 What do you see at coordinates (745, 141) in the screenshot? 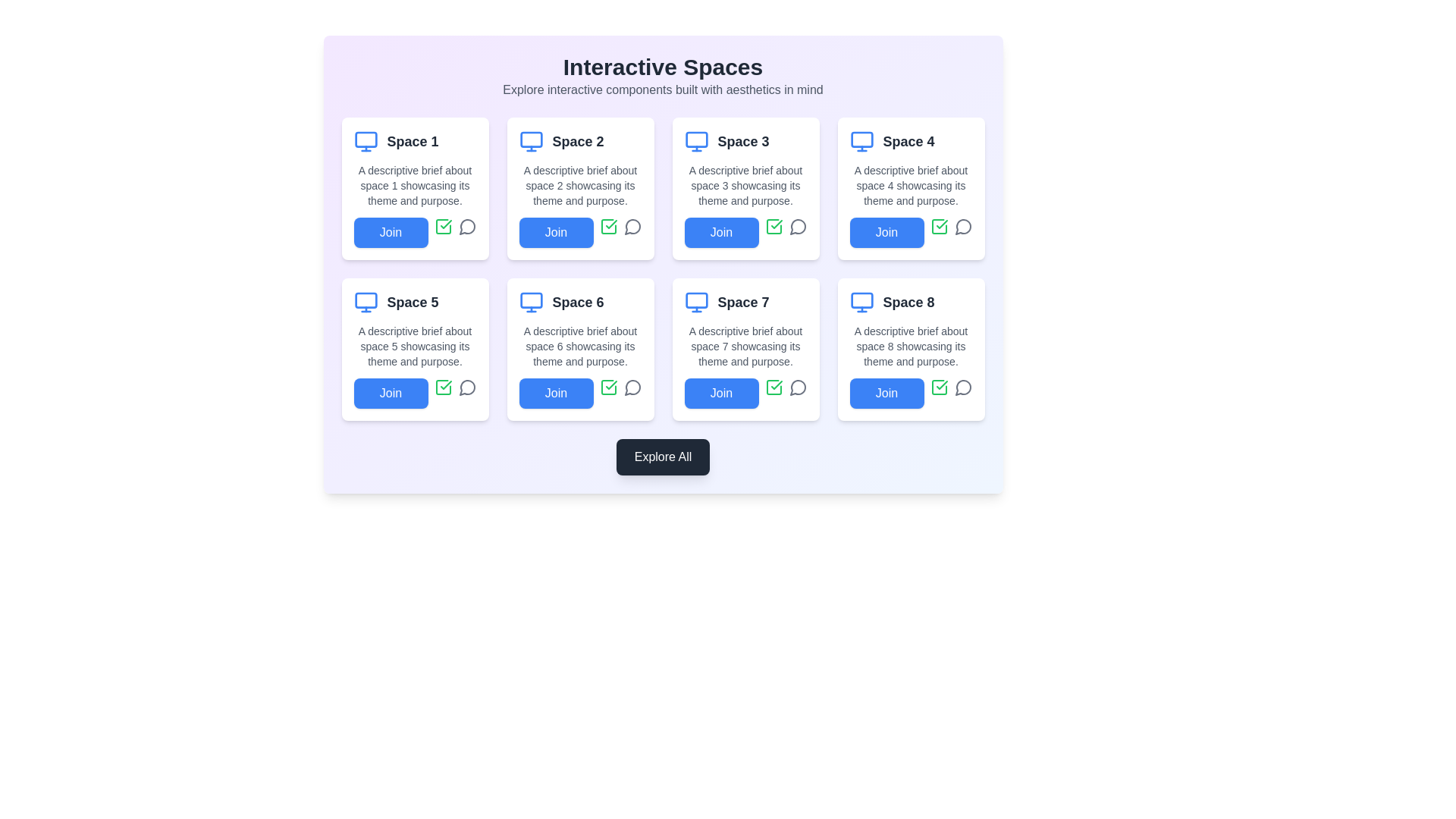
I see `the Text with icon label in the third card from the left in the top row of the grid` at bounding box center [745, 141].